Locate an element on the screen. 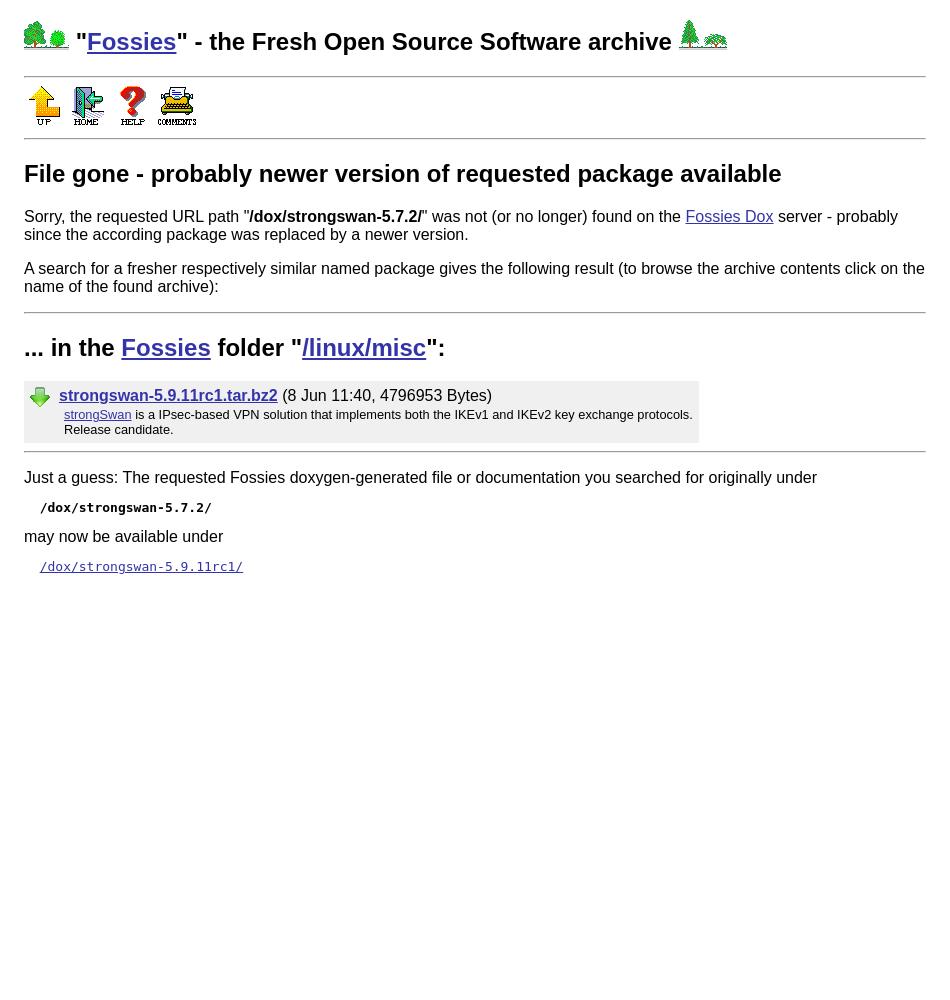 The image size is (950, 1000). '"' is located at coordinates (77, 40).